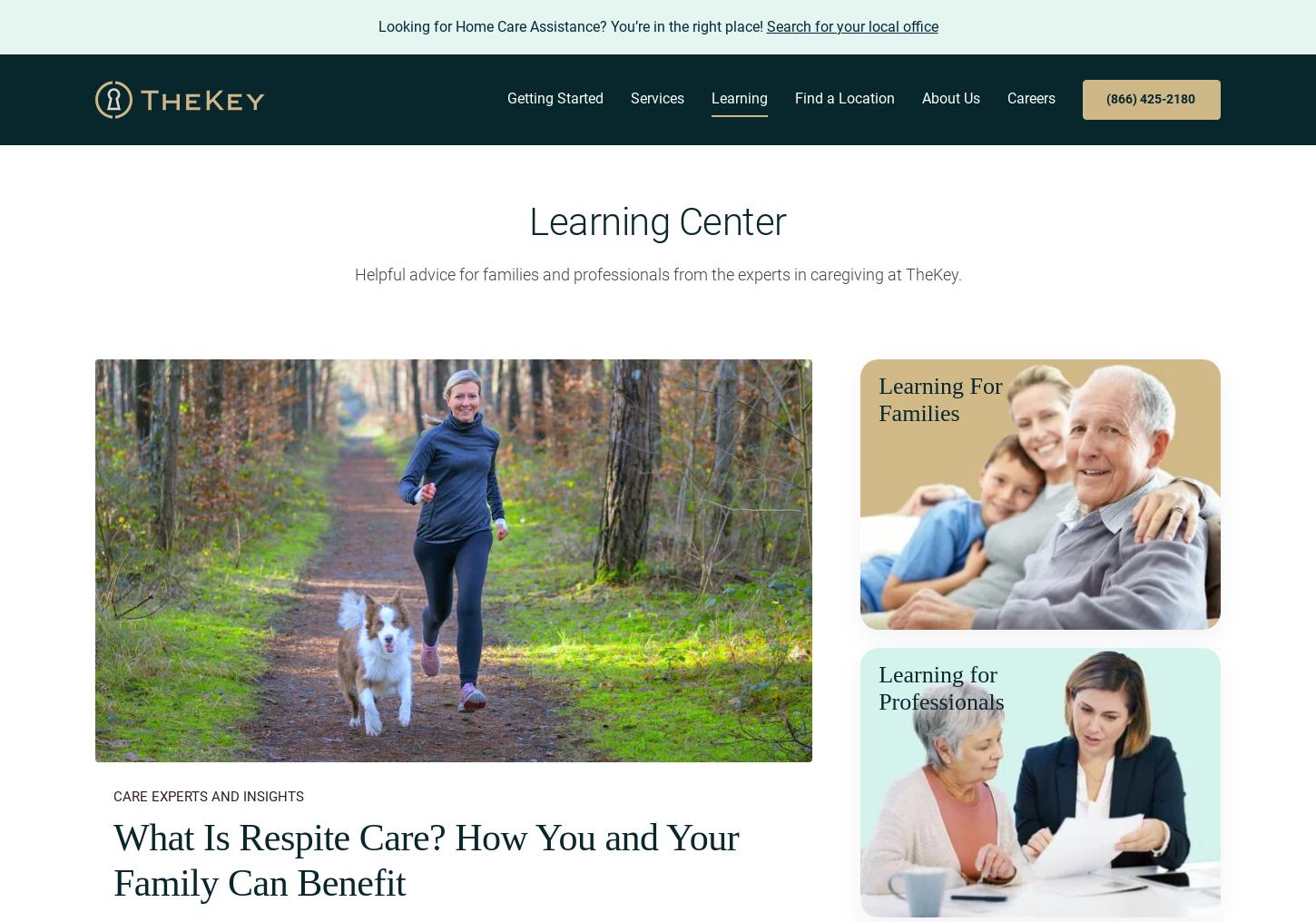 Image resolution: width=1316 pixels, height=922 pixels. What do you see at coordinates (869, 383) in the screenshot?
I see `'Press'` at bounding box center [869, 383].